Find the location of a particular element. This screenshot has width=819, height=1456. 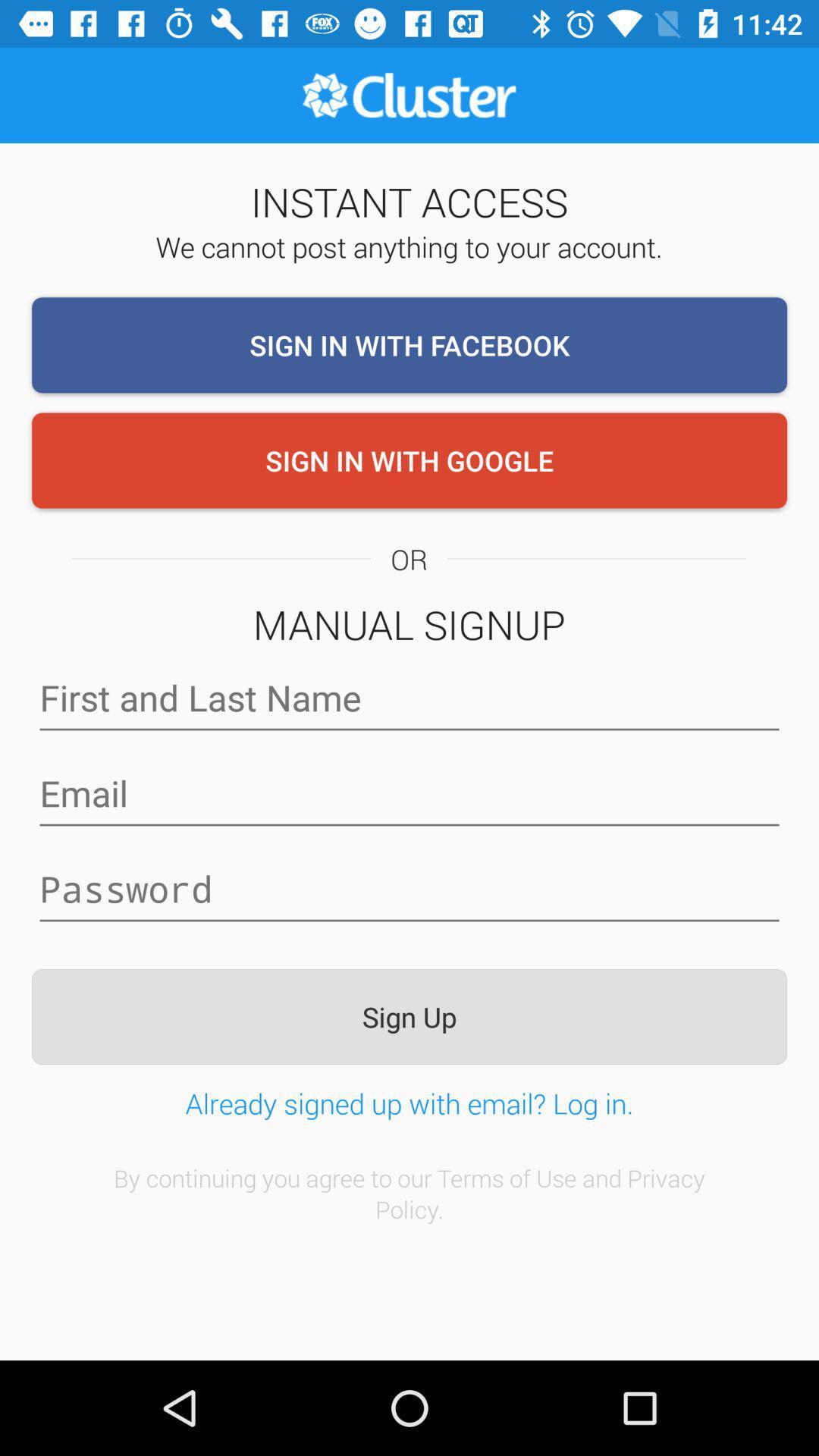

password credentials is located at coordinates (409, 889).